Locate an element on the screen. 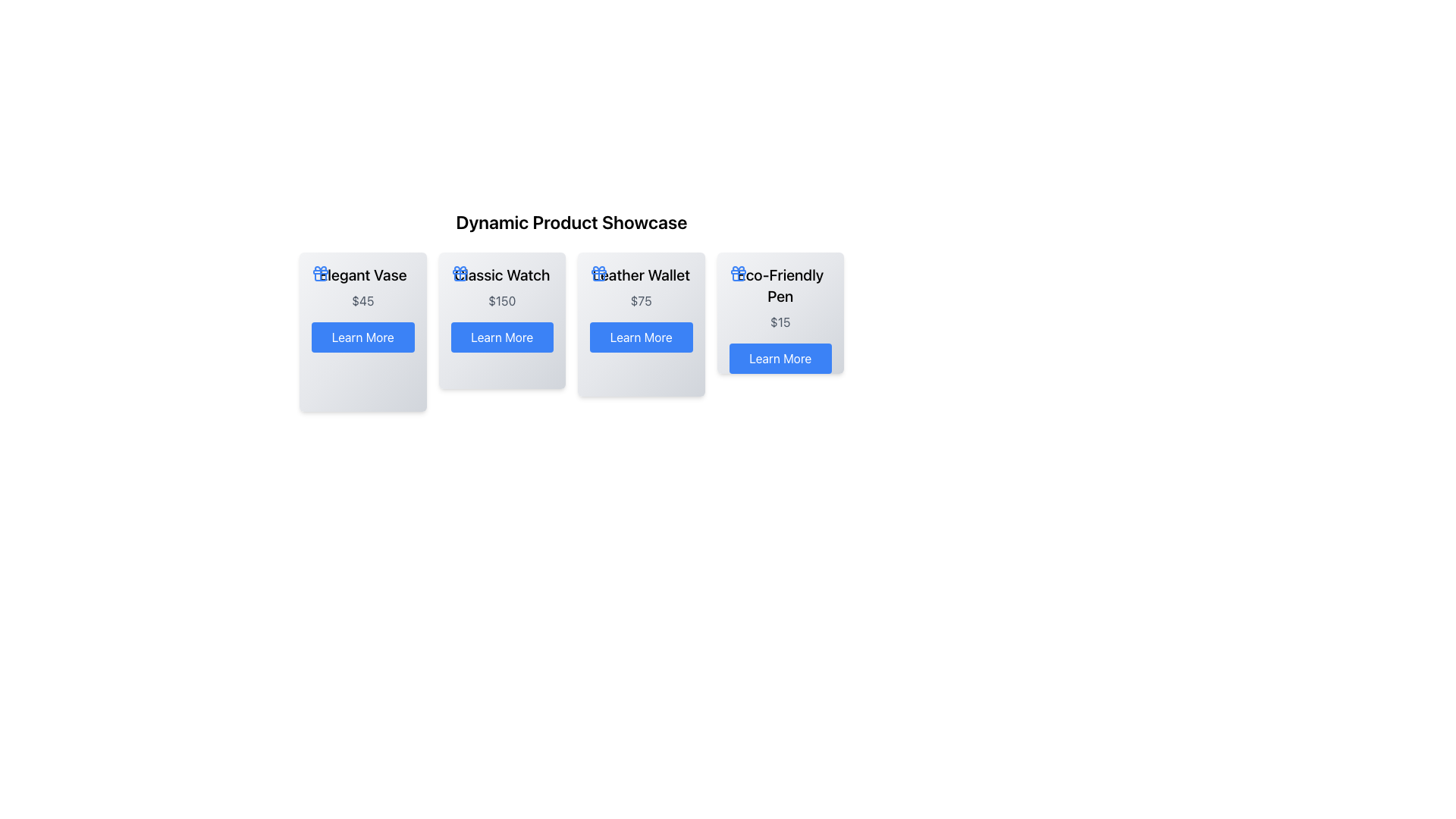 The width and height of the screenshot is (1456, 819). the rectangular button with a blue background and white text that says 'Learn More', located at the bottom of the 'Eco-Friendly Pen' product card is located at coordinates (780, 359).